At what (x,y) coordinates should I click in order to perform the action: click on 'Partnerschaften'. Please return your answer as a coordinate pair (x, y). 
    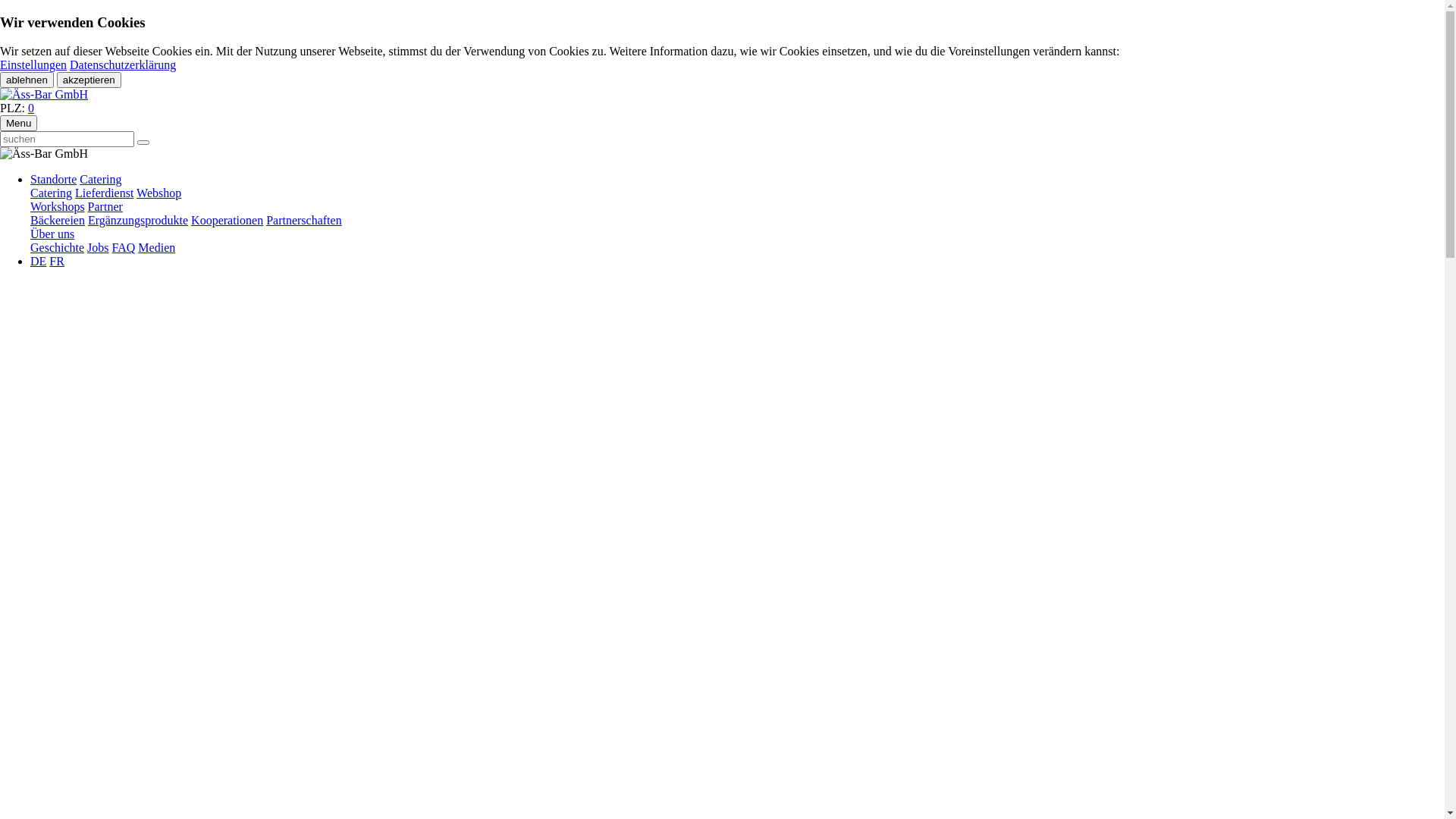
    Looking at the image, I should click on (303, 220).